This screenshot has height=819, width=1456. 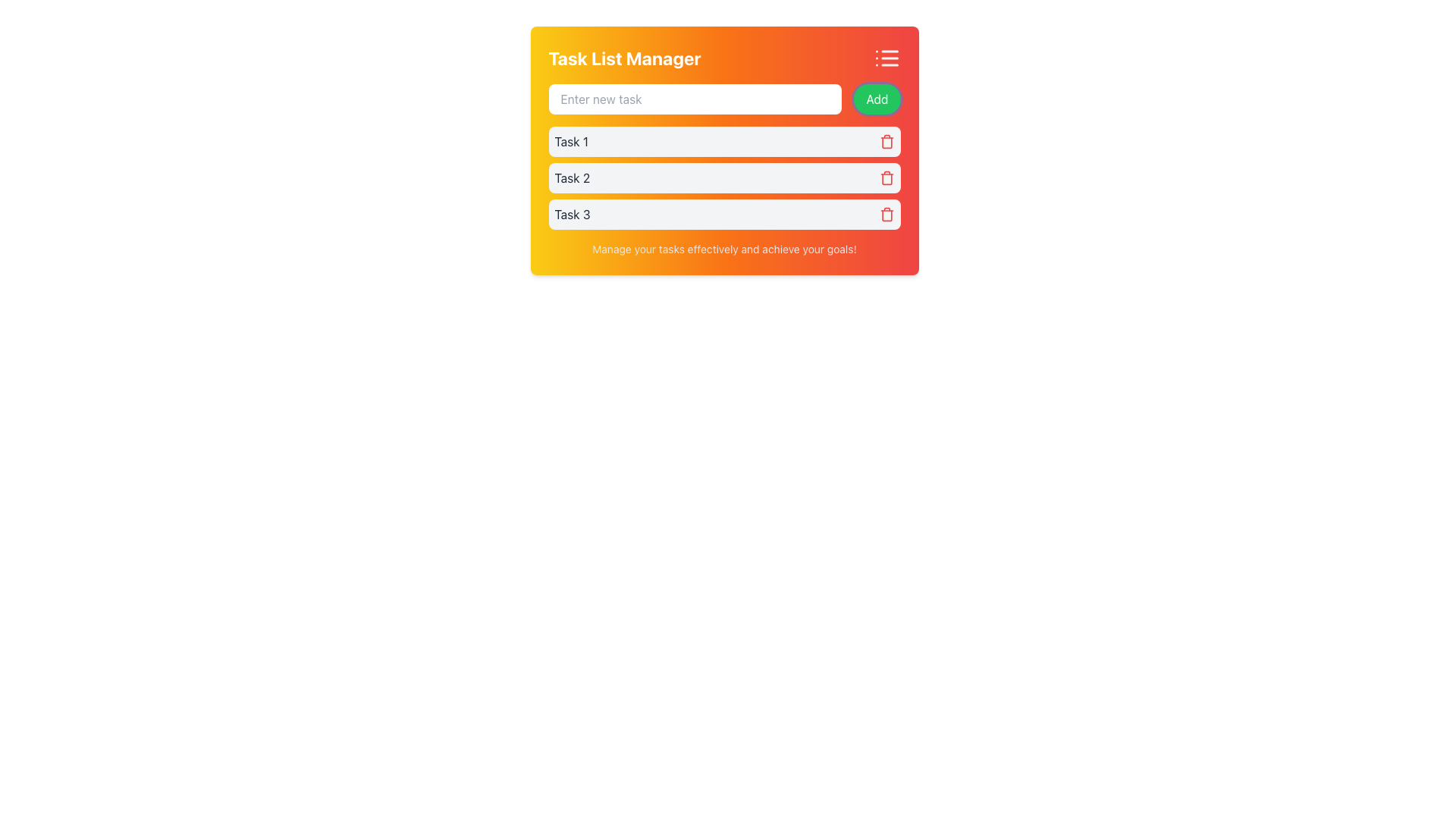 What do you see at coordinates (886, 141) in the screenshot?
I see `the delete button located on the right side of the 'Task 1' row` at bounding box center [886, 141].